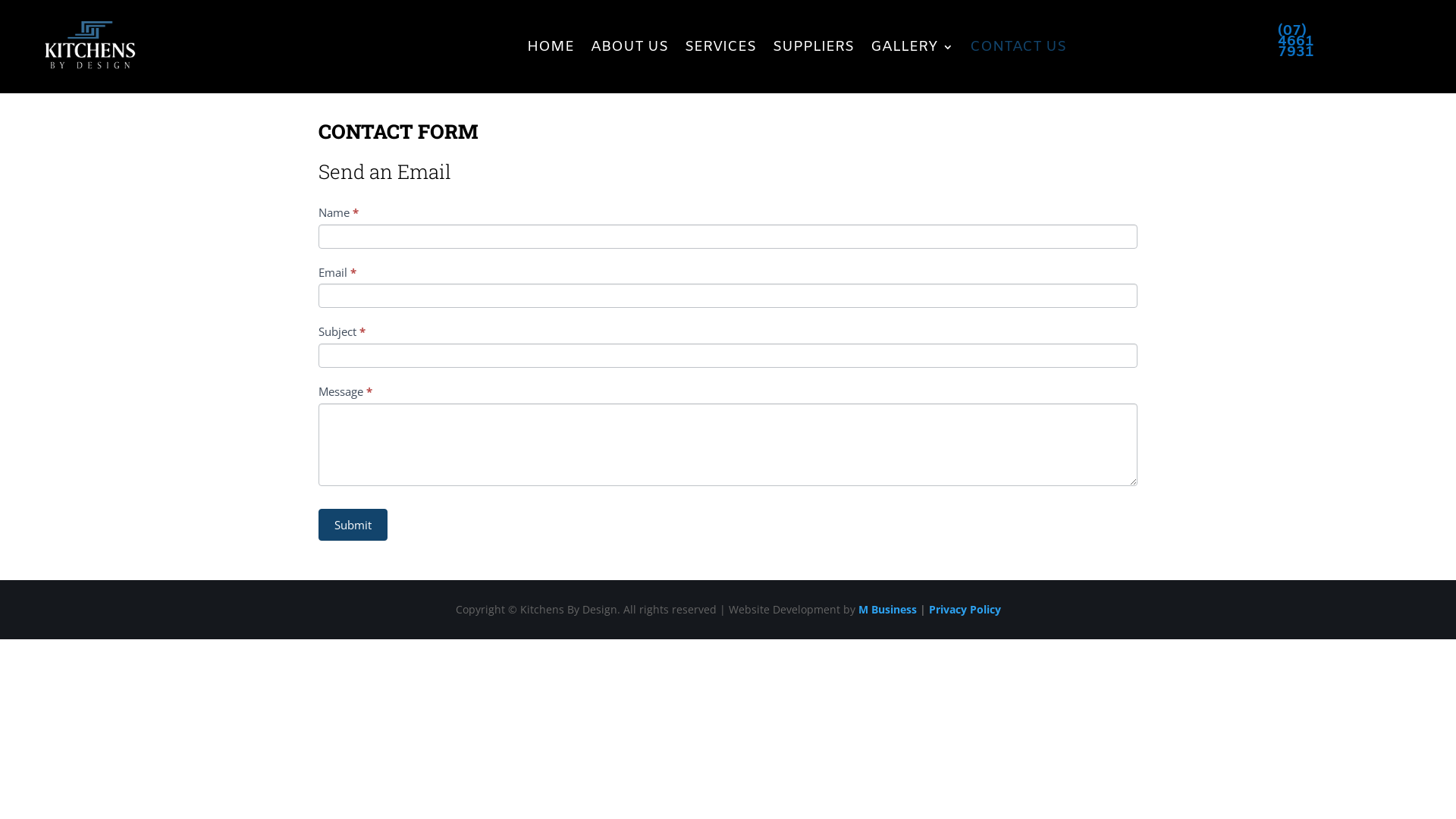  What do you see at coordinates (352, 523) in the screenshot?
I see `'Submit'` at bounding box center [352, 523].